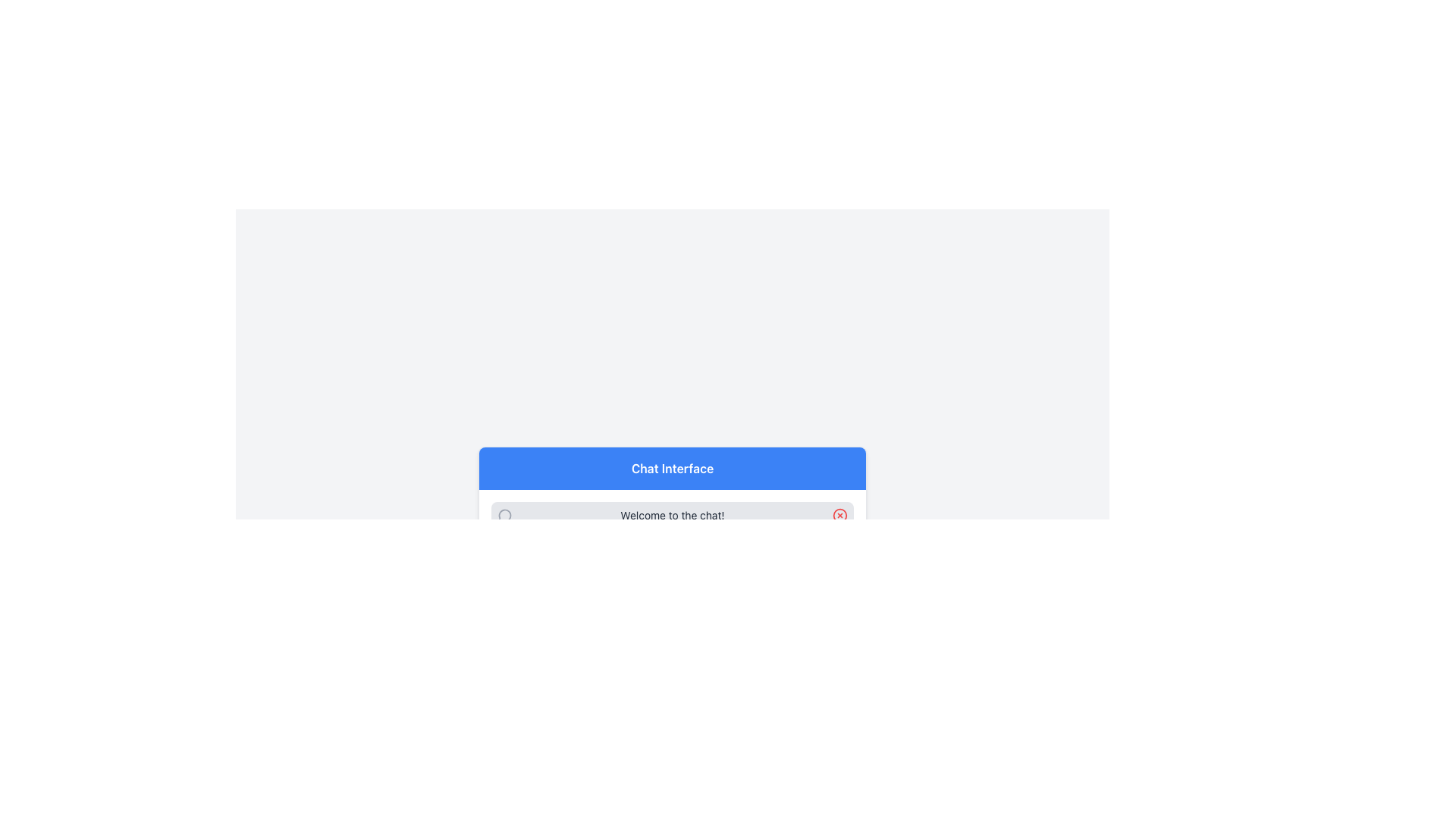 This screenshot has width=1456, height=819. What do you see at coordinates (839, 514) in the screenshot?
I see `the dismiss button icon located in the top-right corner of the message notification area to trigger the hover effect` at bounding box center [839, 514].